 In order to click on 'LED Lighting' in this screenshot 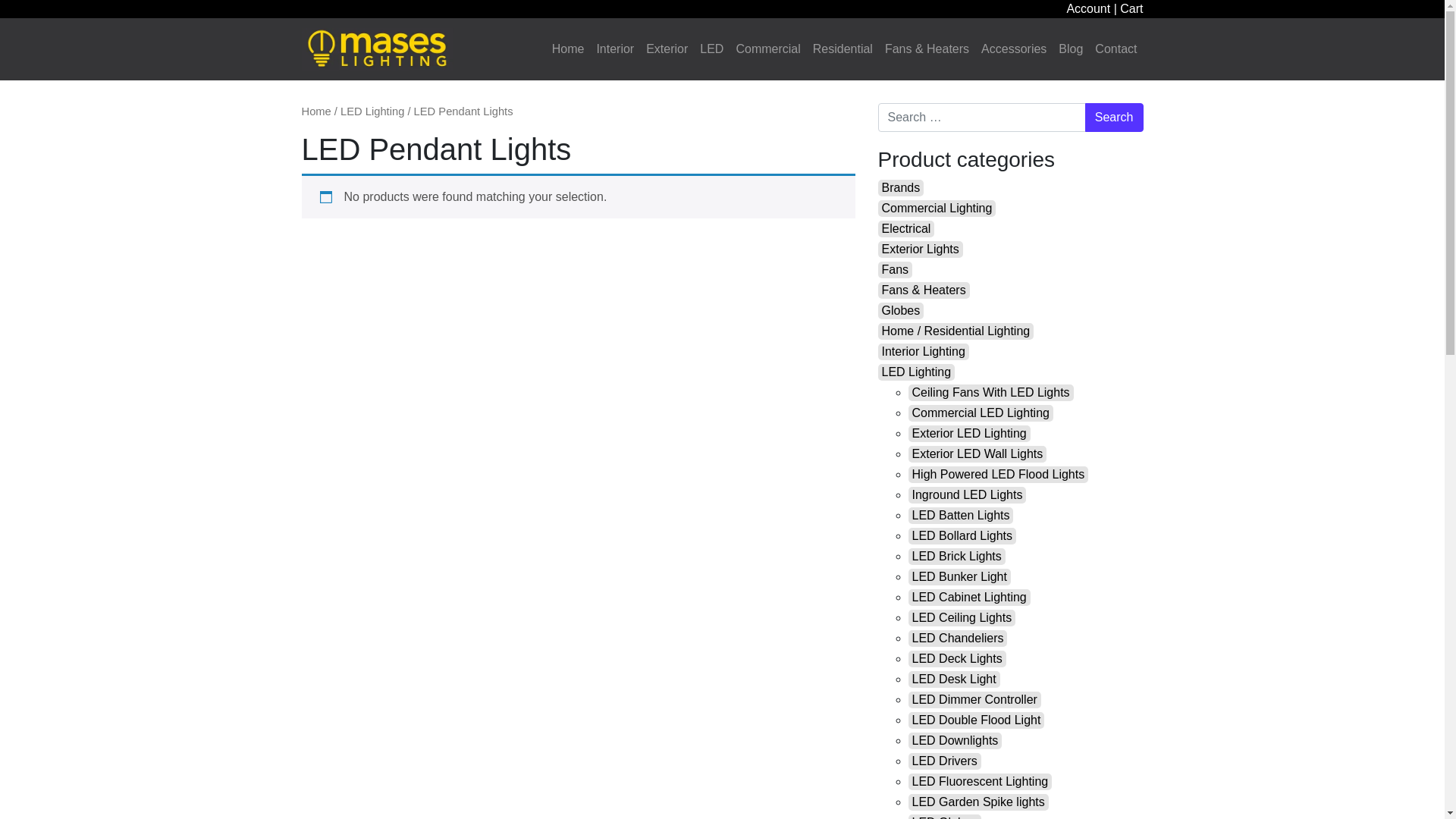, I will do `click(877, 372)`.